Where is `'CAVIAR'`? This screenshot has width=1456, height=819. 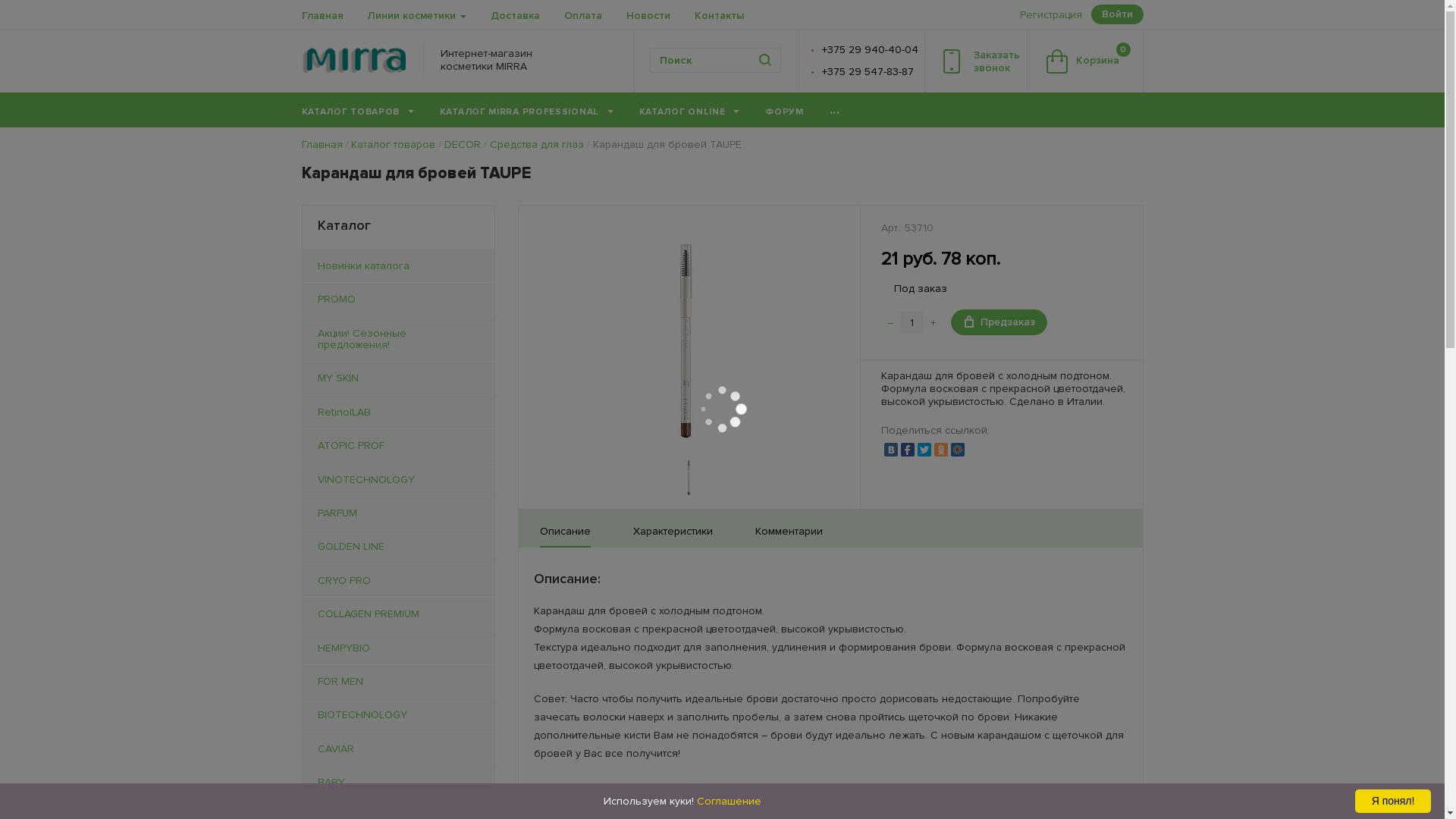 'CAVIAR' is located at coordinates (302, 748).